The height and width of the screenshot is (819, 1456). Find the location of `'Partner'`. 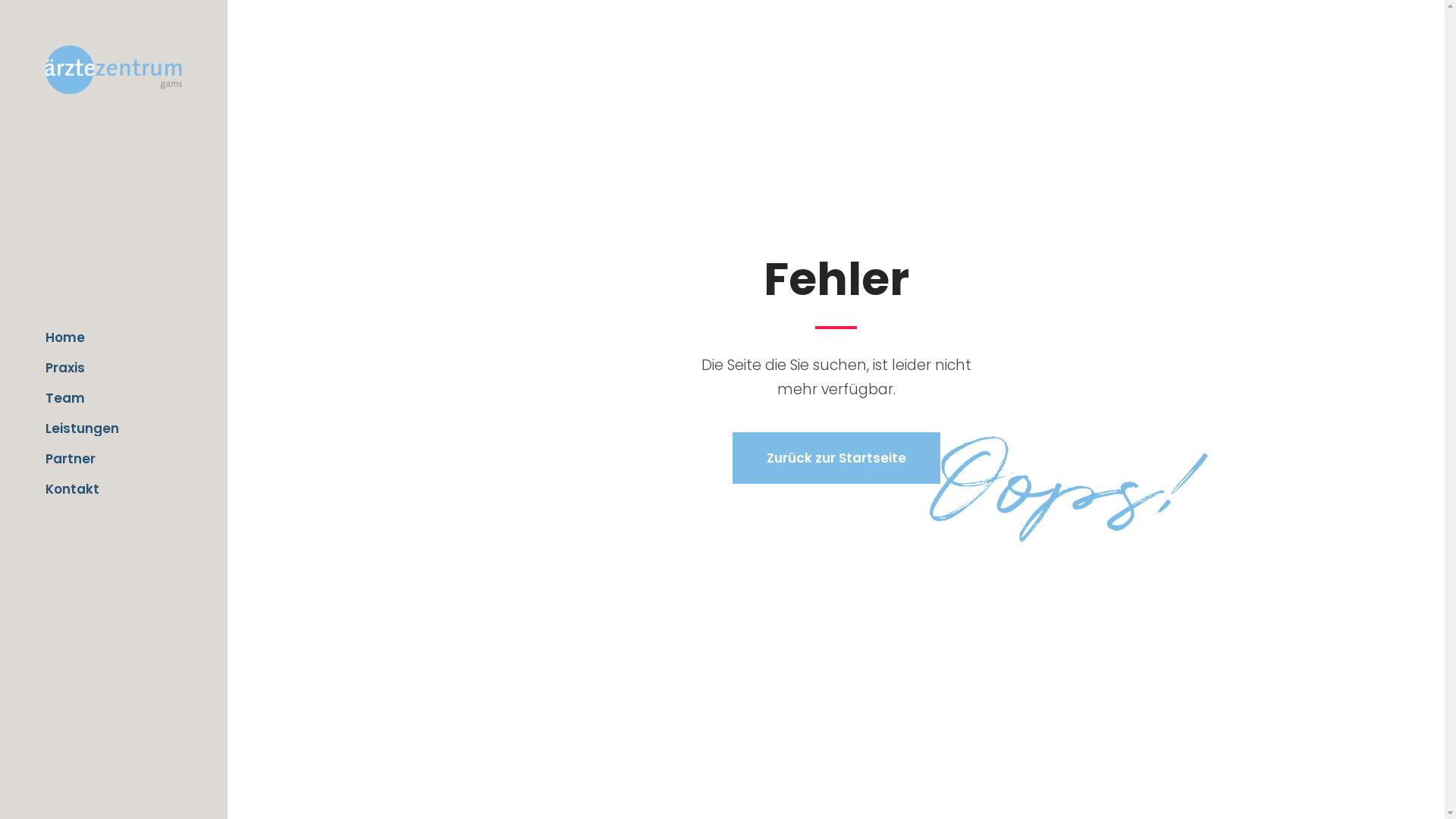

'Partner' is located at coordinates (112, 458).